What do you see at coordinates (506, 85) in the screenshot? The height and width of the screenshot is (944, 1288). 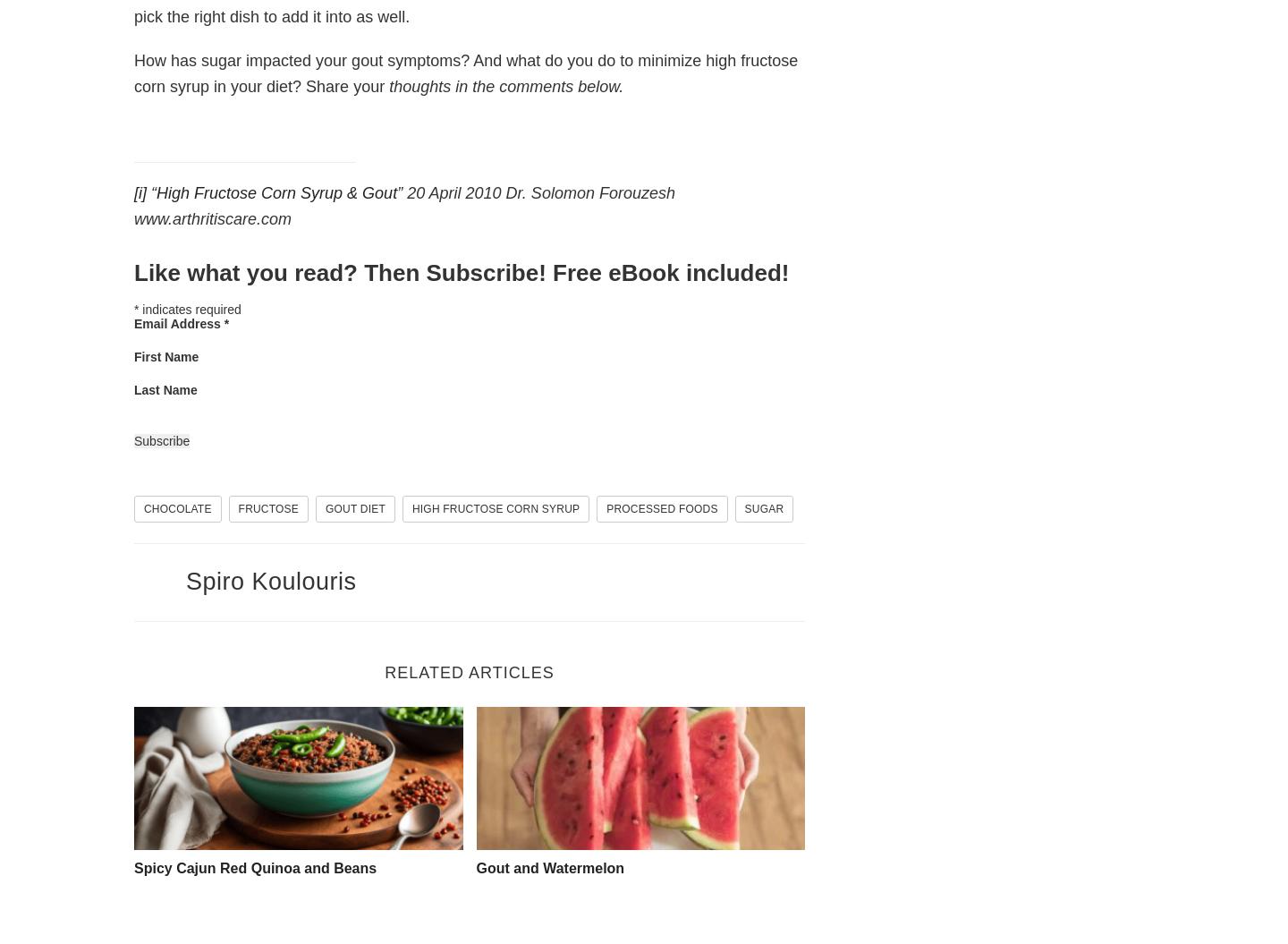 I see `'thoughts in the comments below.'` at bounding box center [506, 85].